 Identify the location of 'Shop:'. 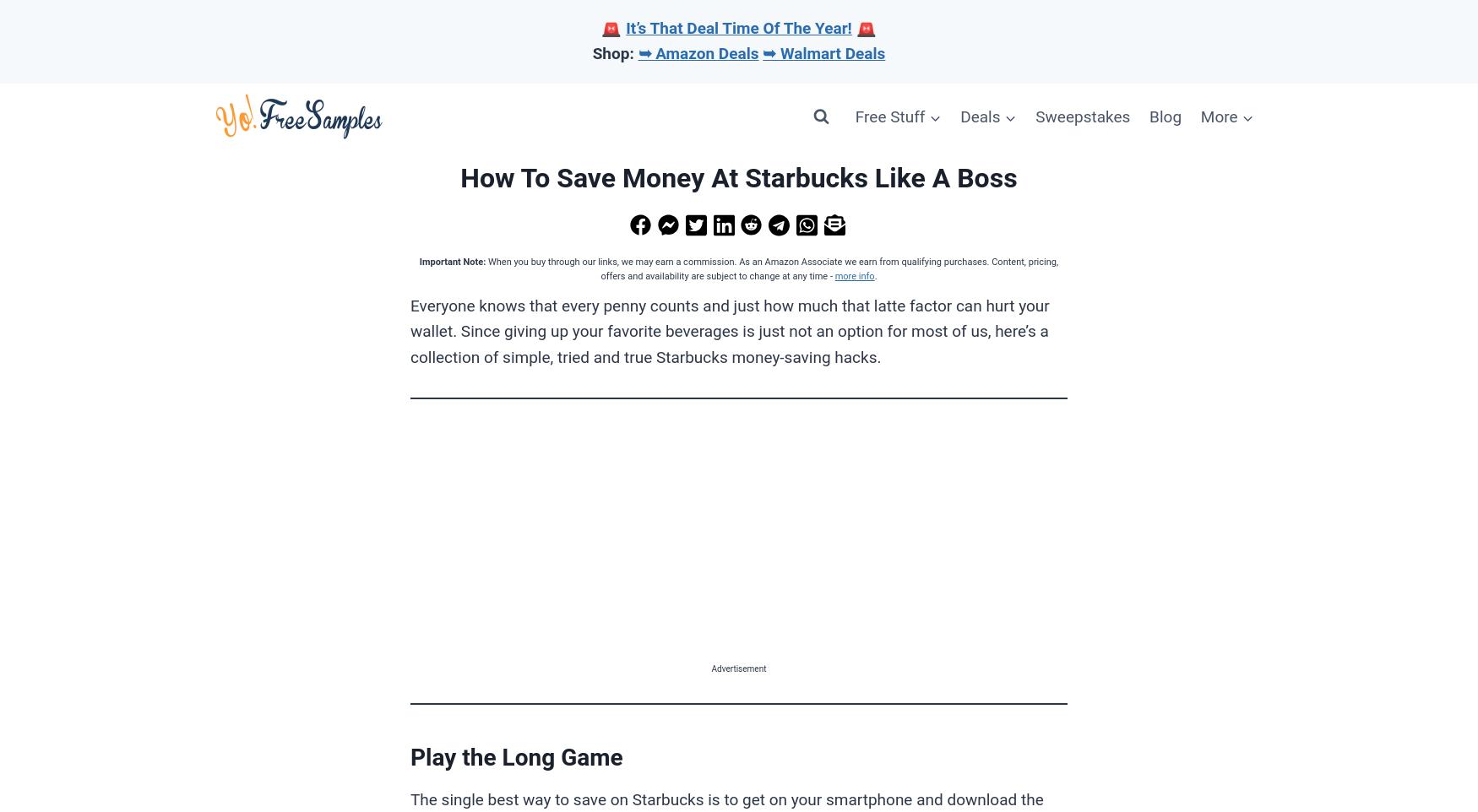
(592, 53).